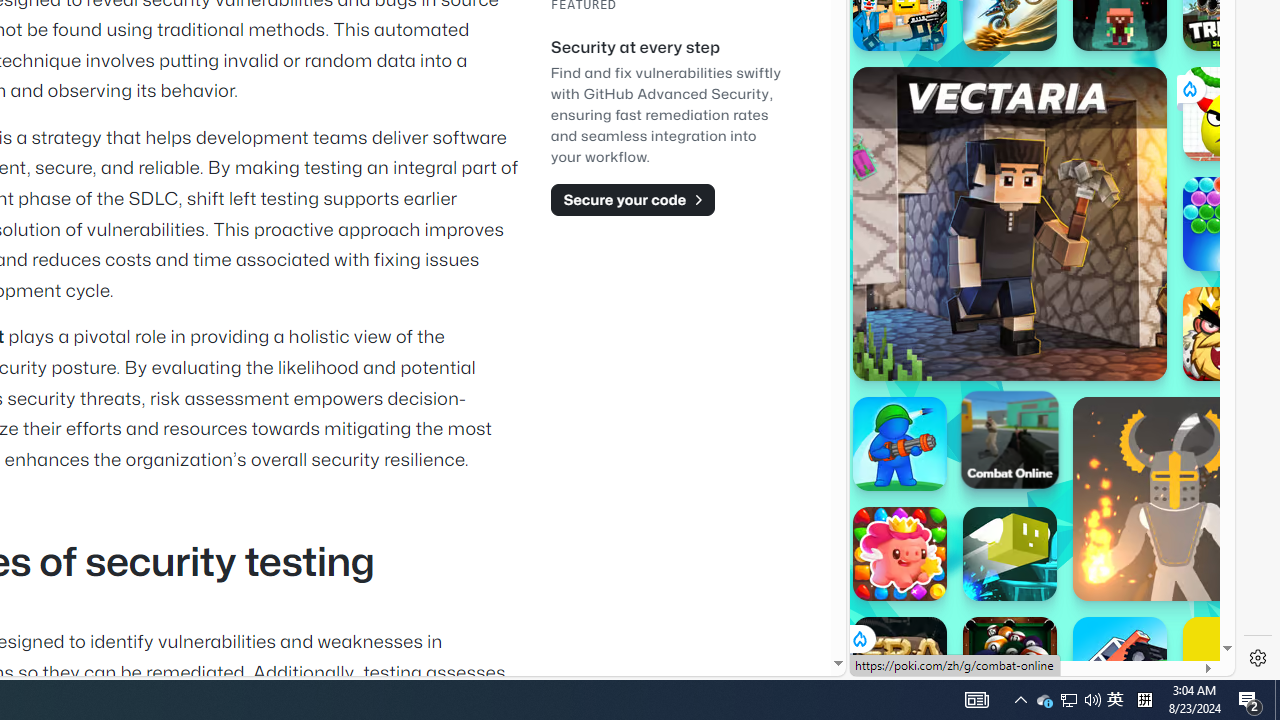 Image resolution: width=1280 pixels, height=720 pixels. What do you see at coordinates (1175, 497) in the screenshot?
I see `'Ragdoll Hit'` at bounding box center [1175, 497].